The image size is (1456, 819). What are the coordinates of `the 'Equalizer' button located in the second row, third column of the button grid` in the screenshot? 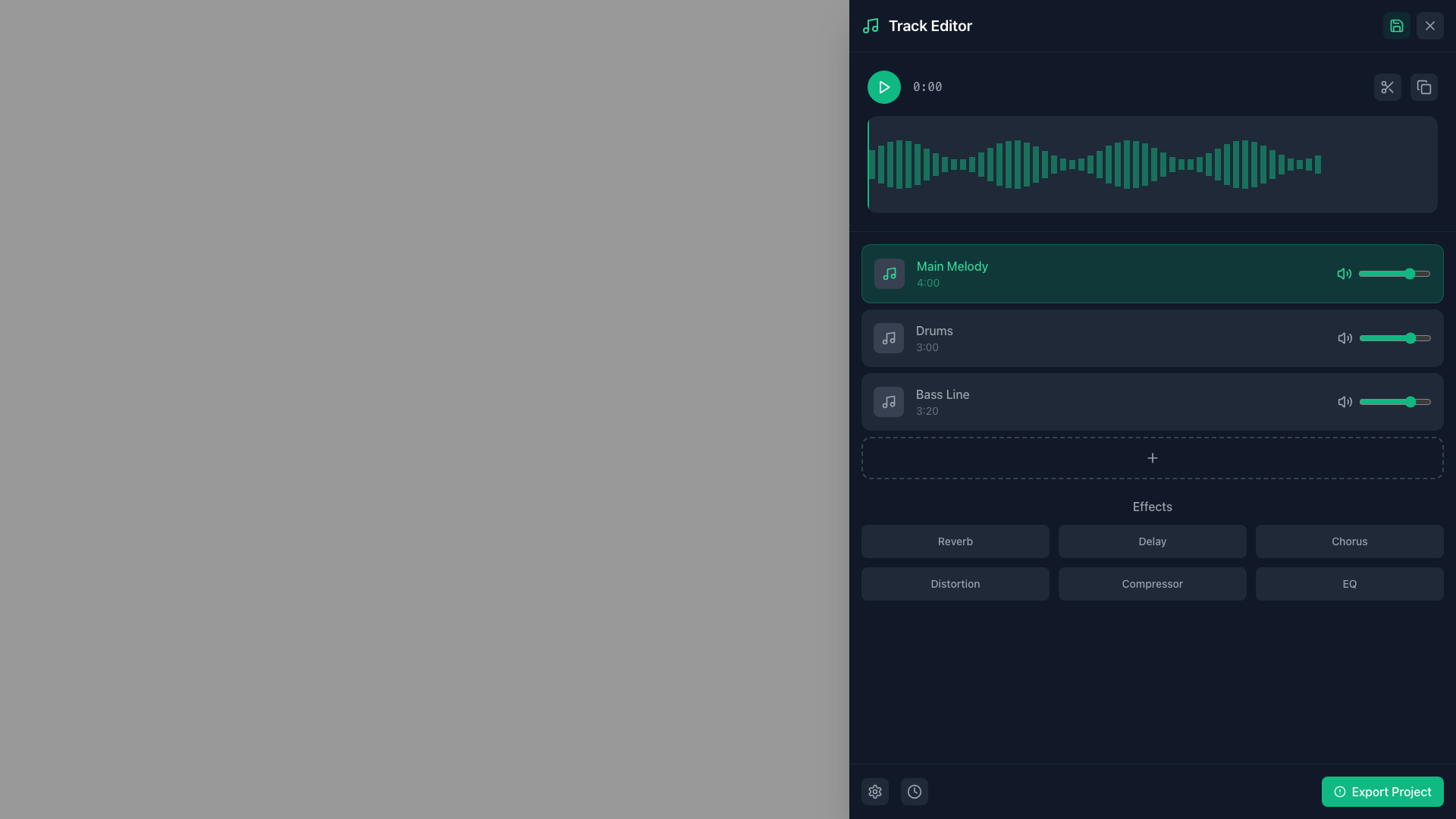 It's located at (1350, 583).